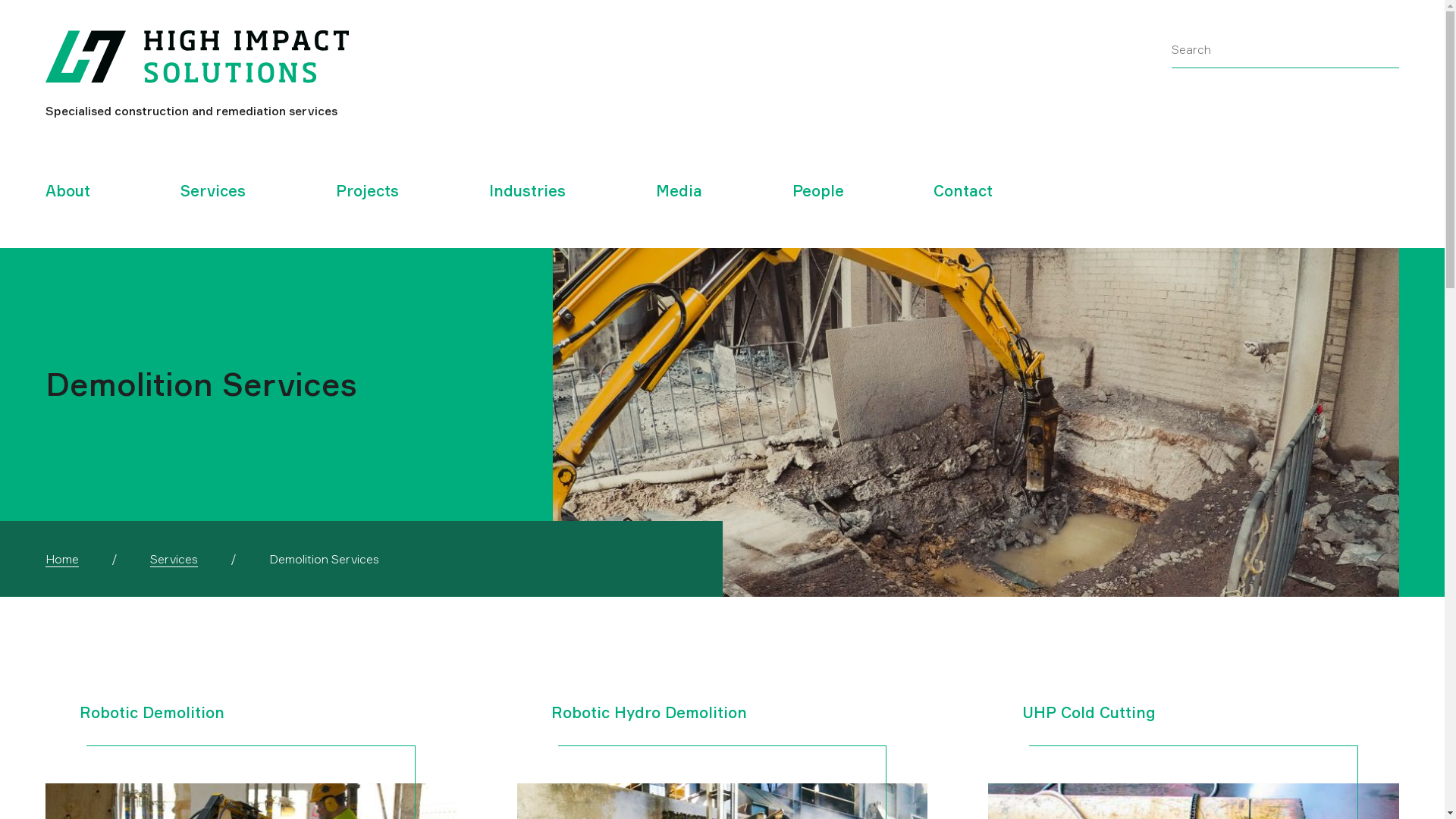 The height and width of the screenshot is (819, 1456). What do you see at coordinates (1386, 49) in the screenshot?
I see `'Submit search query'` at bounding box center [1386, 49].